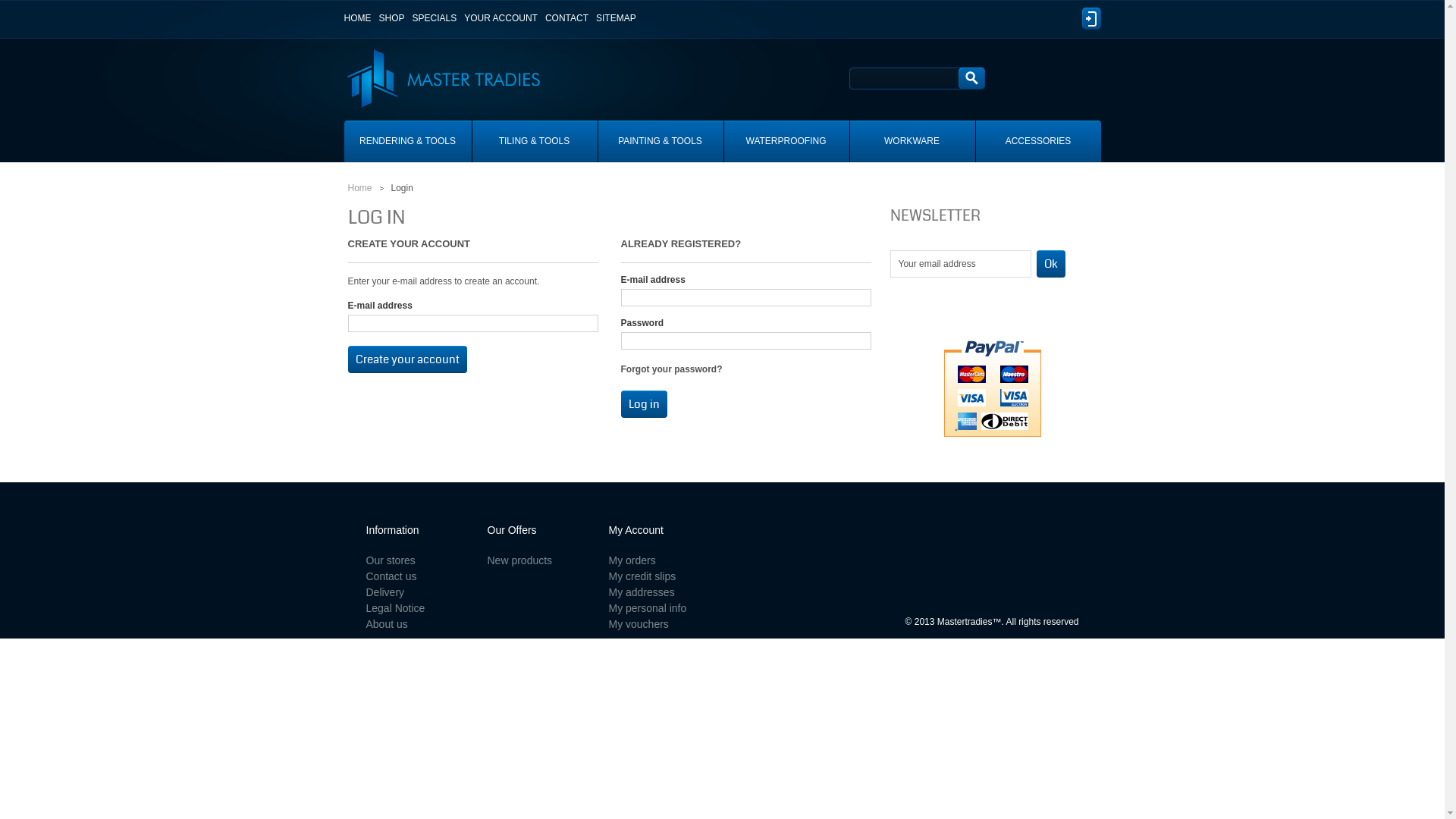  What do you see at coordinates (1090, 18) in the screenshot?
I see `'Log in'` at bounding box center [1090, 18].